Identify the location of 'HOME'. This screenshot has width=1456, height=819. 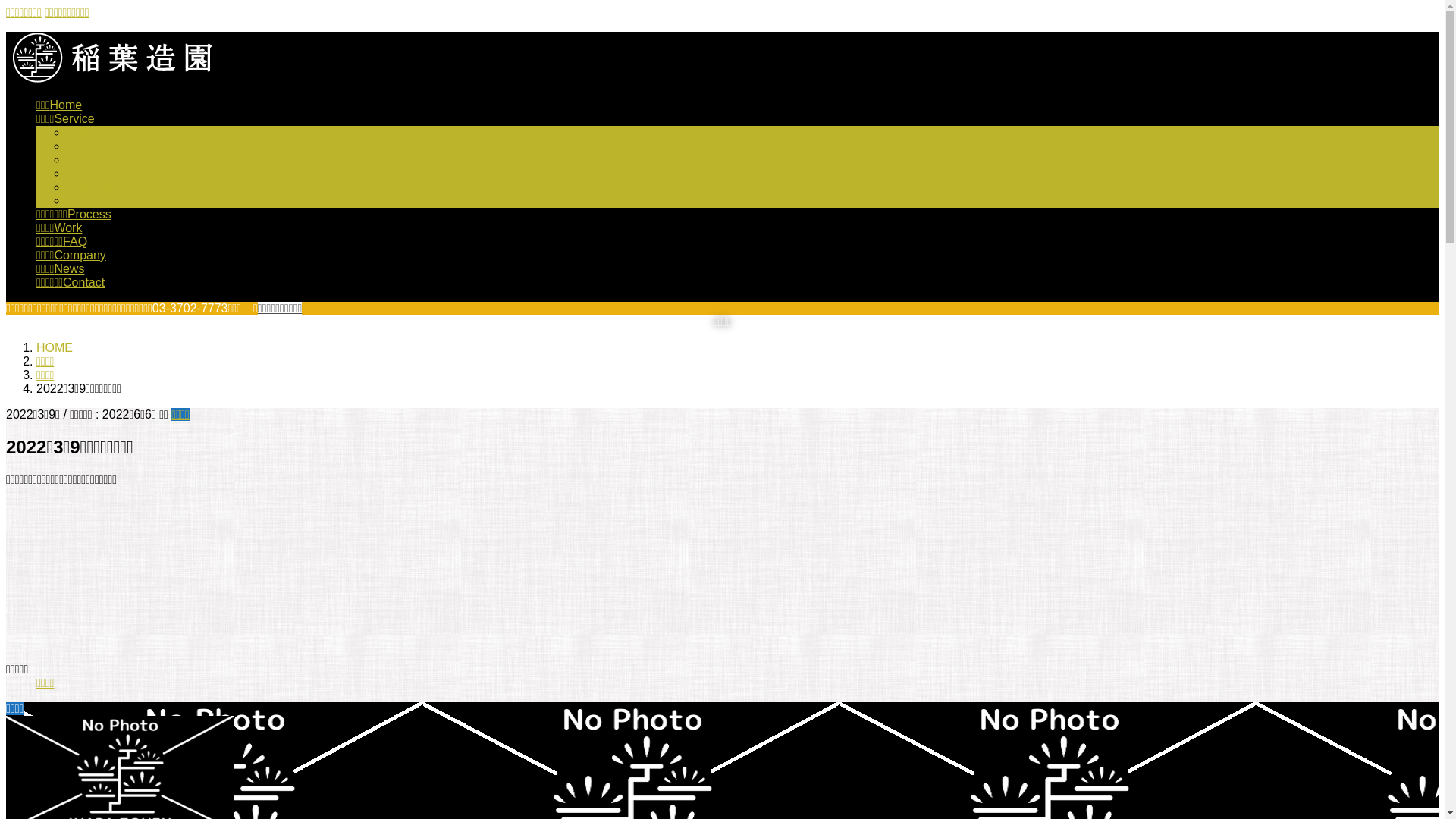
(55, 347).